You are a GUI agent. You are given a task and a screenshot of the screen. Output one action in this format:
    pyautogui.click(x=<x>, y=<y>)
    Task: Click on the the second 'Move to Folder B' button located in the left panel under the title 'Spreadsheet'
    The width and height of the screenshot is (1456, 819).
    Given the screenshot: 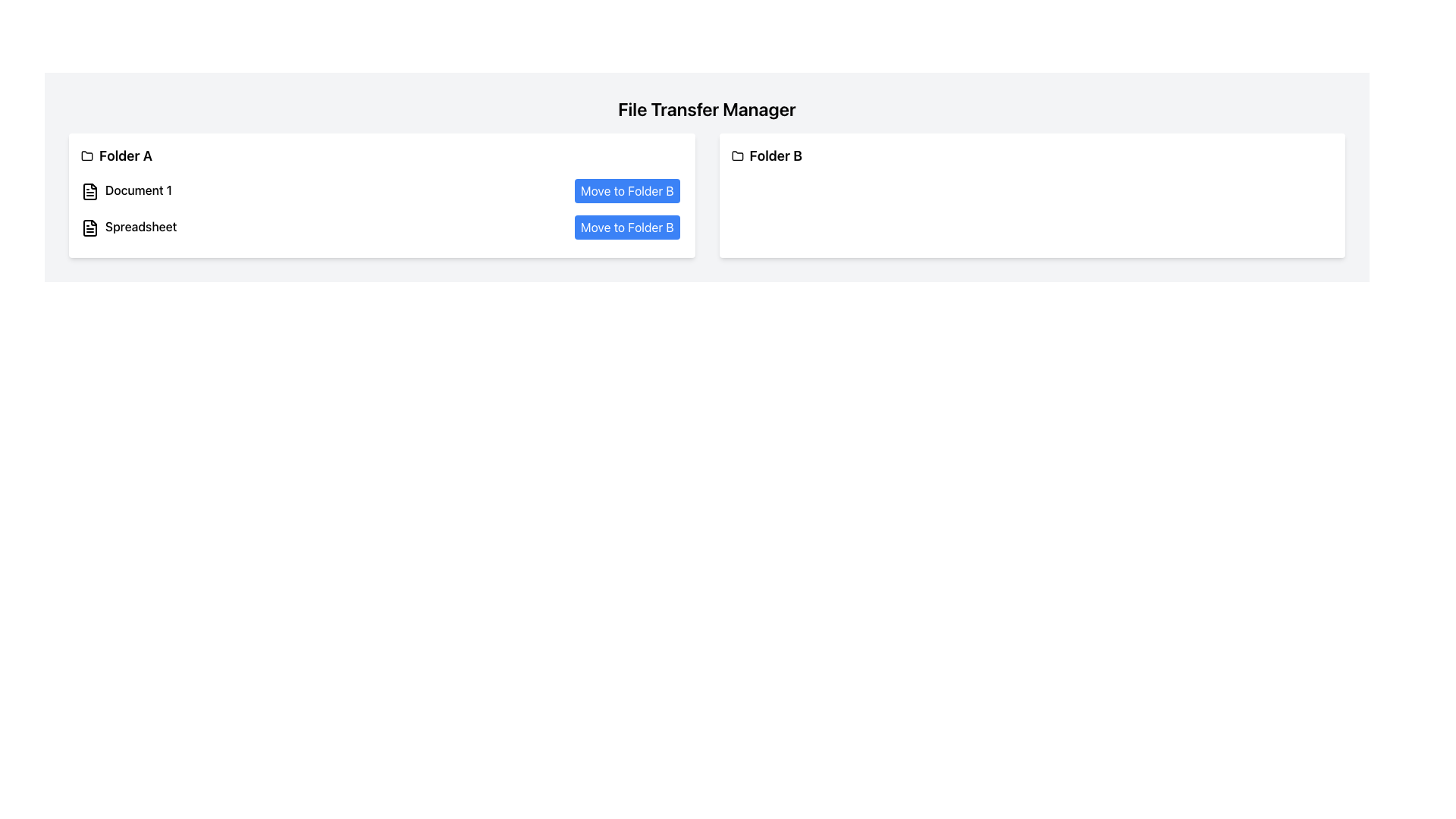 What is the action you would take?
    pyautogui.click(x=627, y=227)
    